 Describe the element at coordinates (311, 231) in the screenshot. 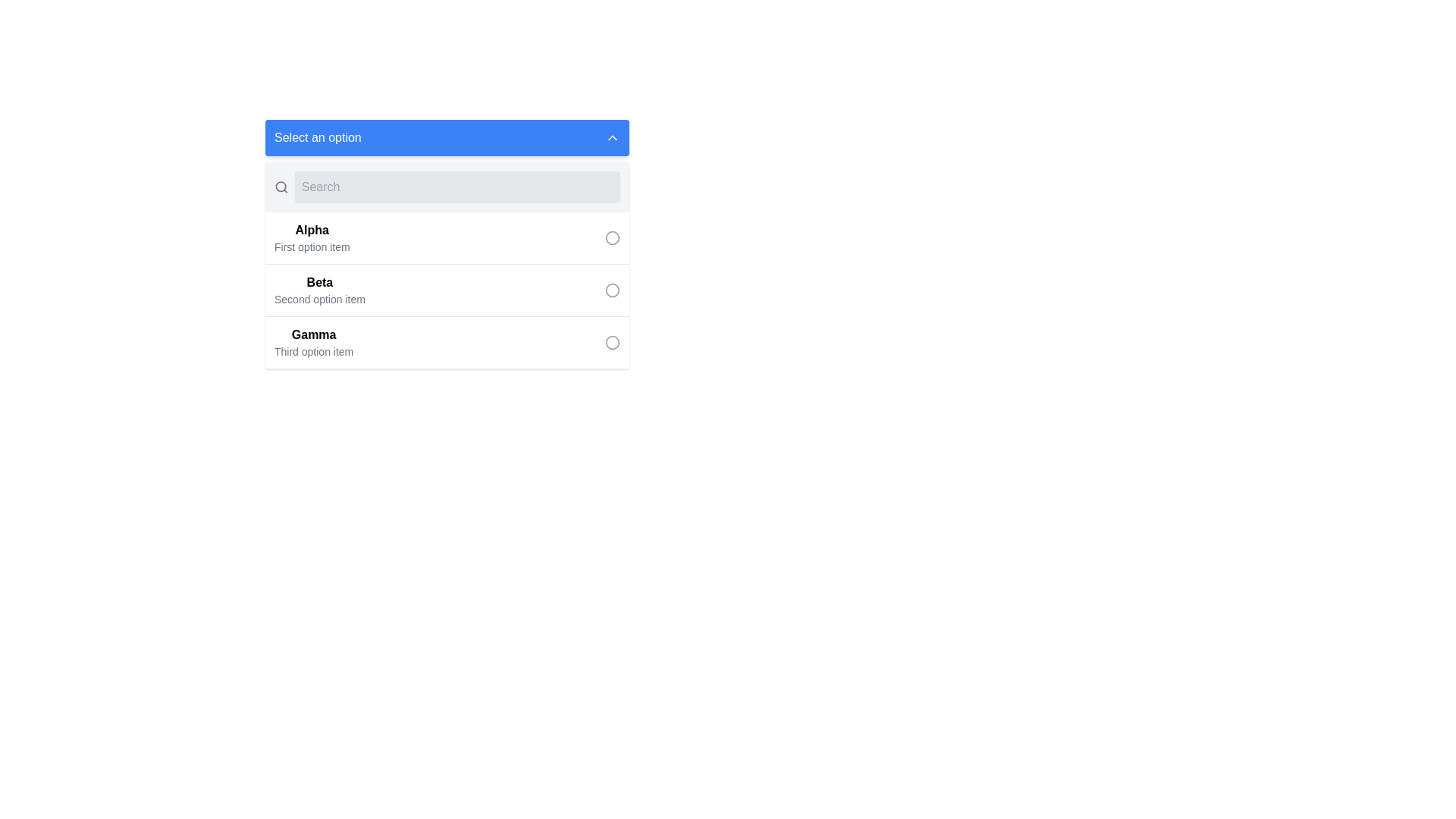

I see `the text label that identifies the first option in the selection list, located directly below the search bar of the dropdown menu` at that location.